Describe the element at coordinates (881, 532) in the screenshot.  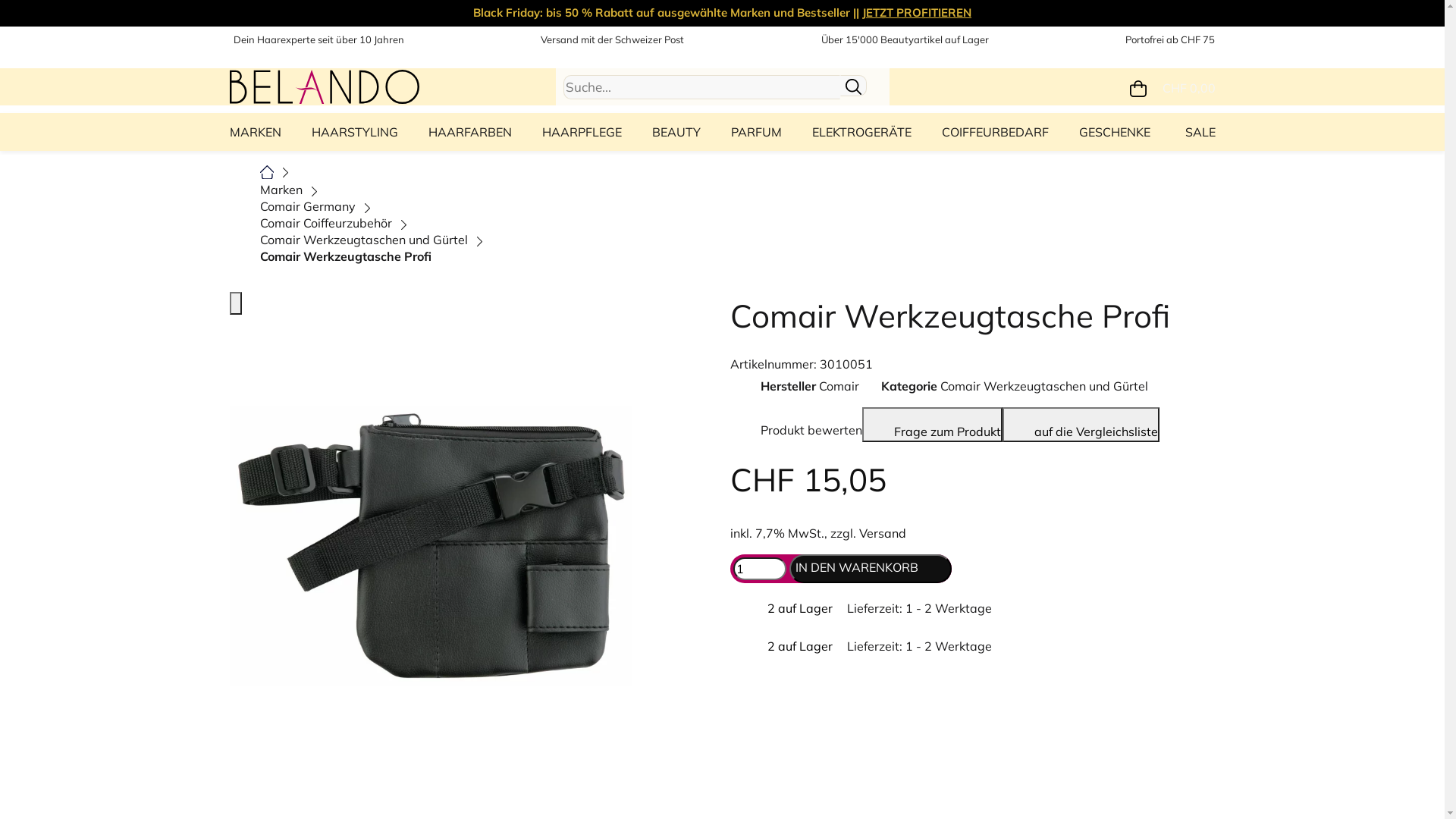
I see `'Versand'` at that location.